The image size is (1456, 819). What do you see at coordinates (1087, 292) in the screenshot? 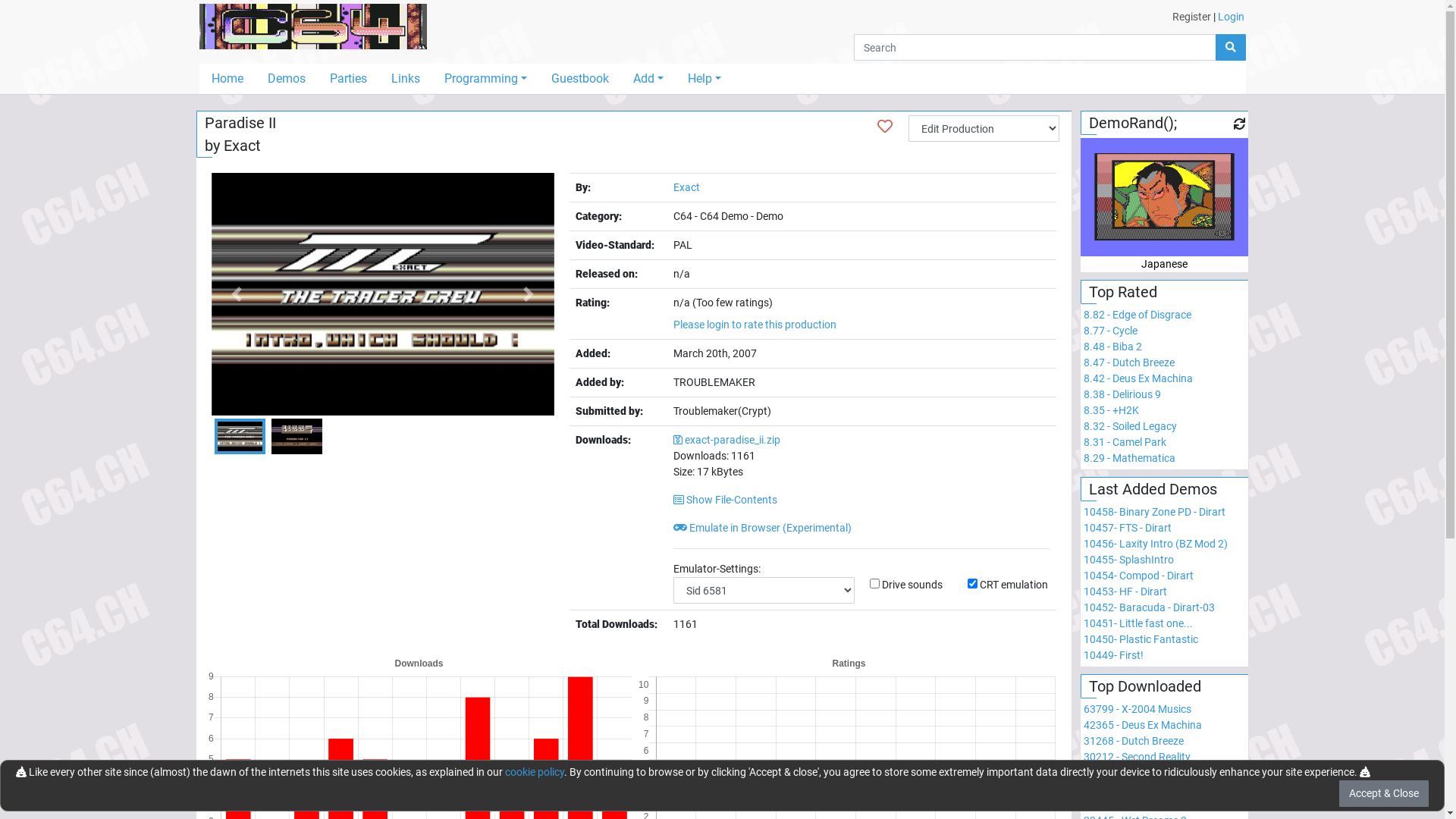
I see `'Top Rated'` at bounding box center [1087, 292].